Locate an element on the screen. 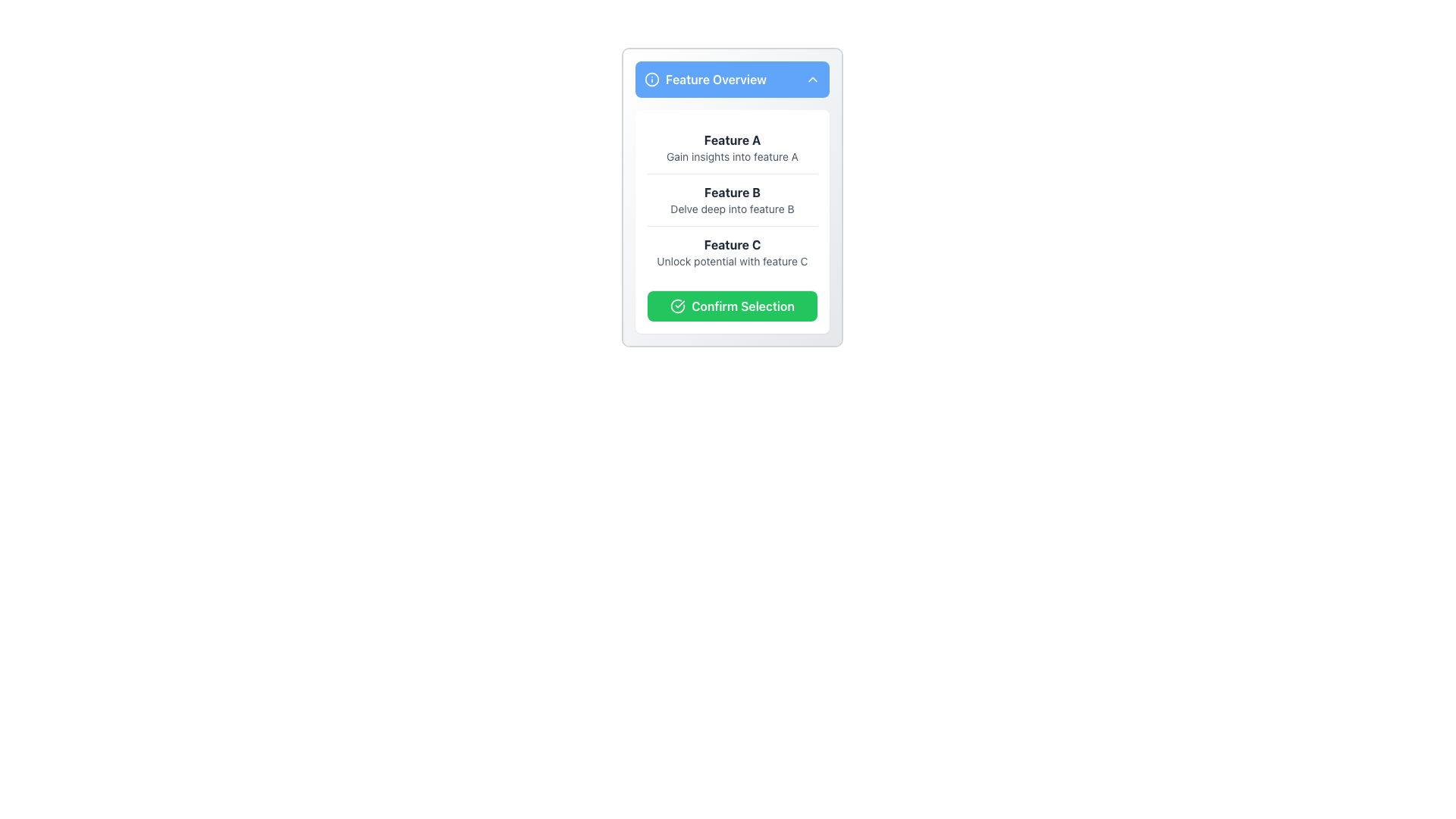 This screenshot has height=819, width=1456. the green 'Confirm Selection' button with a checkmark icon is located at coordinates (732, 306).